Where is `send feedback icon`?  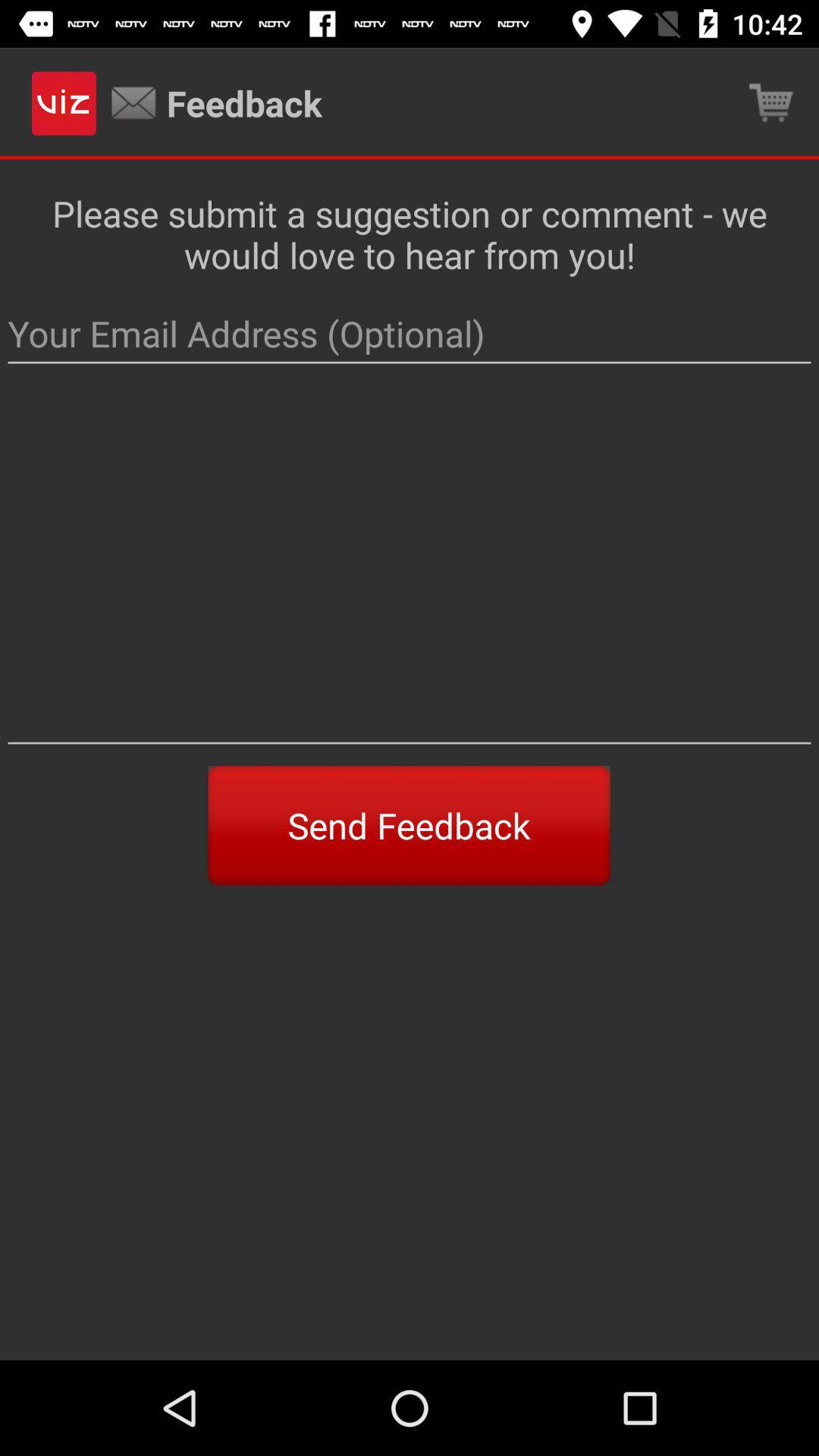
send feedback icon is located at coordinates (408, 825).